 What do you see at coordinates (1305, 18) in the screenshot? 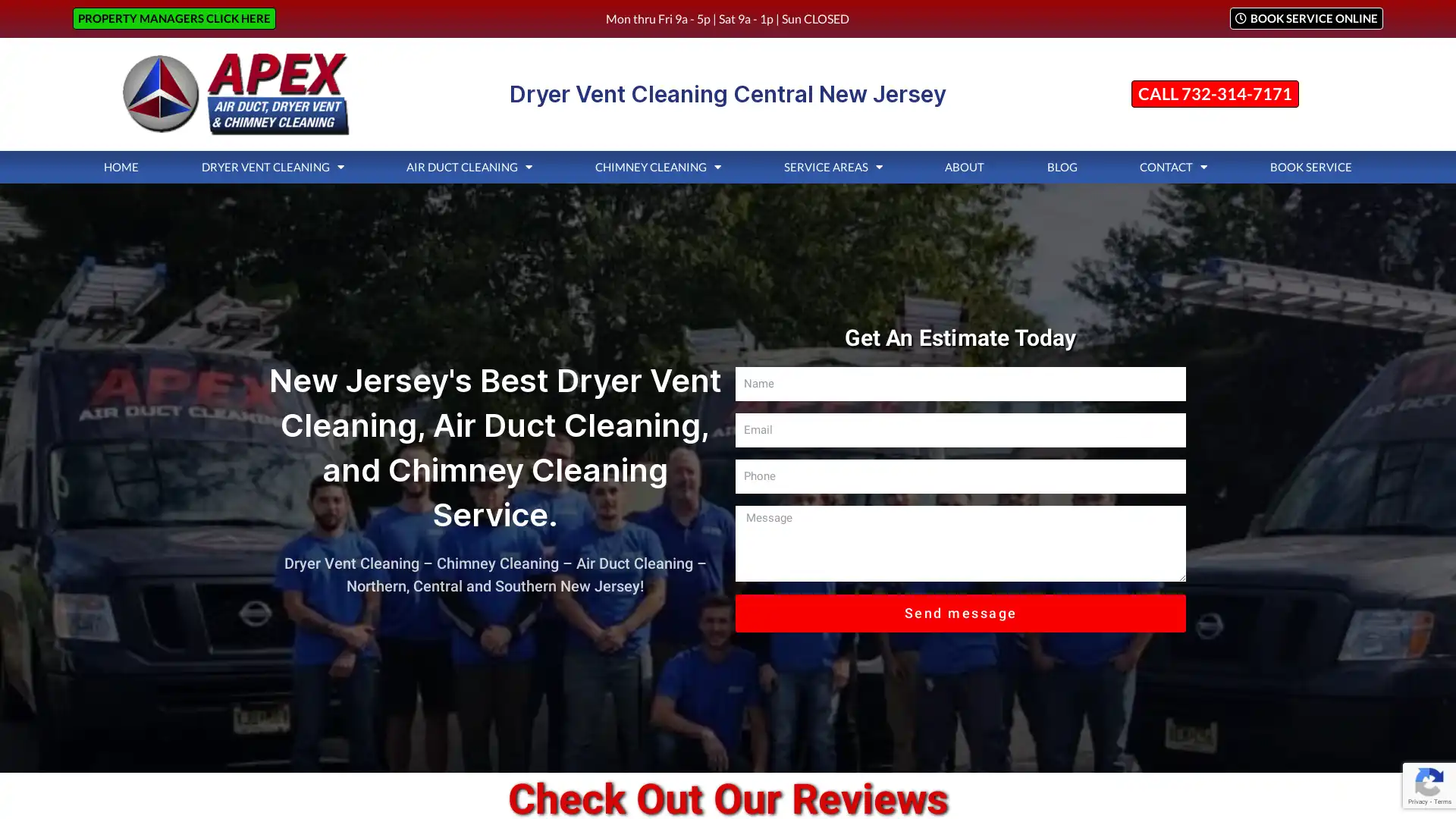
I see `BOOK SERVICE ONLINE` at bounding box center [1305, 18].